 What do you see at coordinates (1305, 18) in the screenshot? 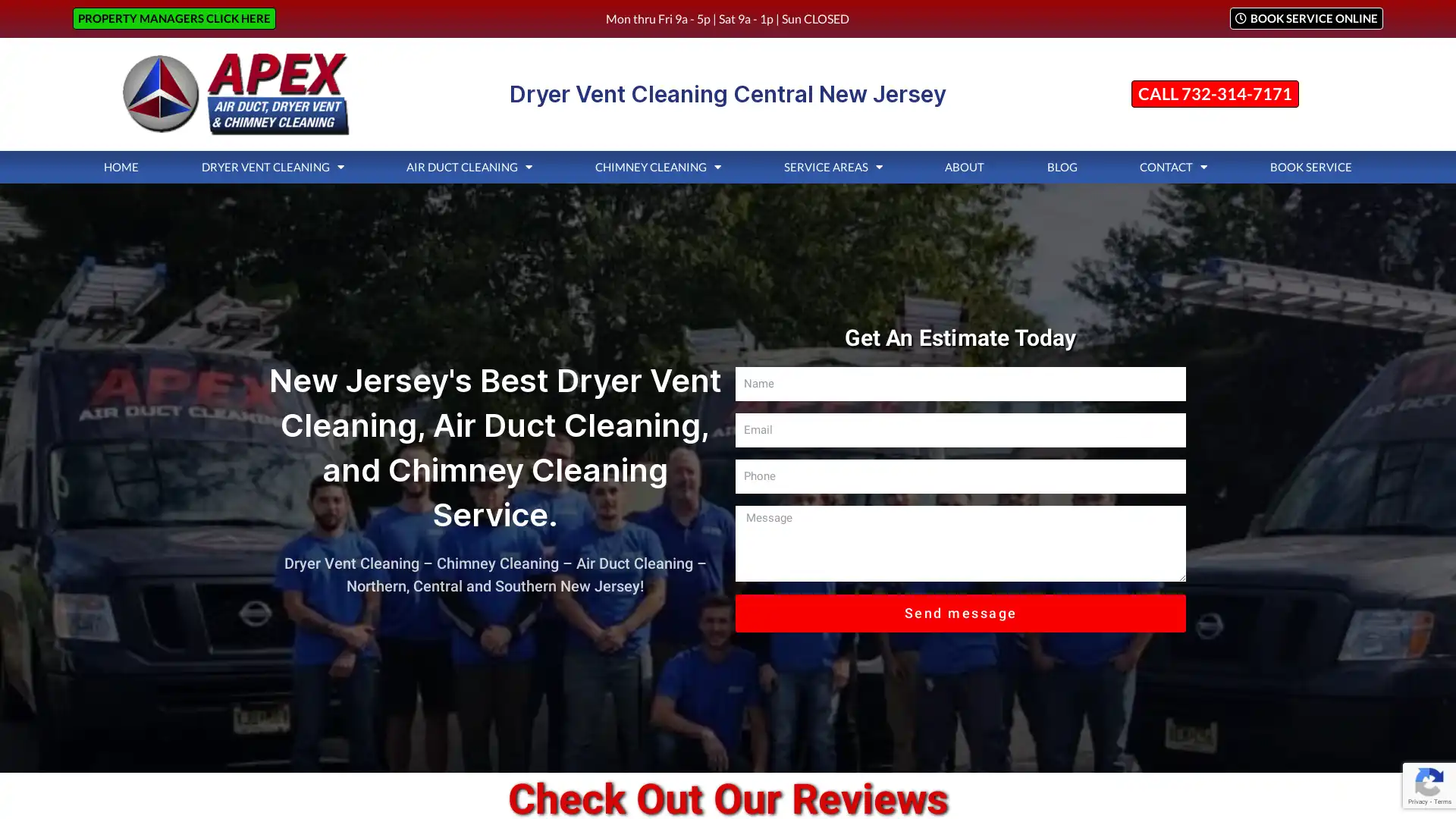
I see `BOOK SERVICE ONLINE` at bounding box center [1305, 18].